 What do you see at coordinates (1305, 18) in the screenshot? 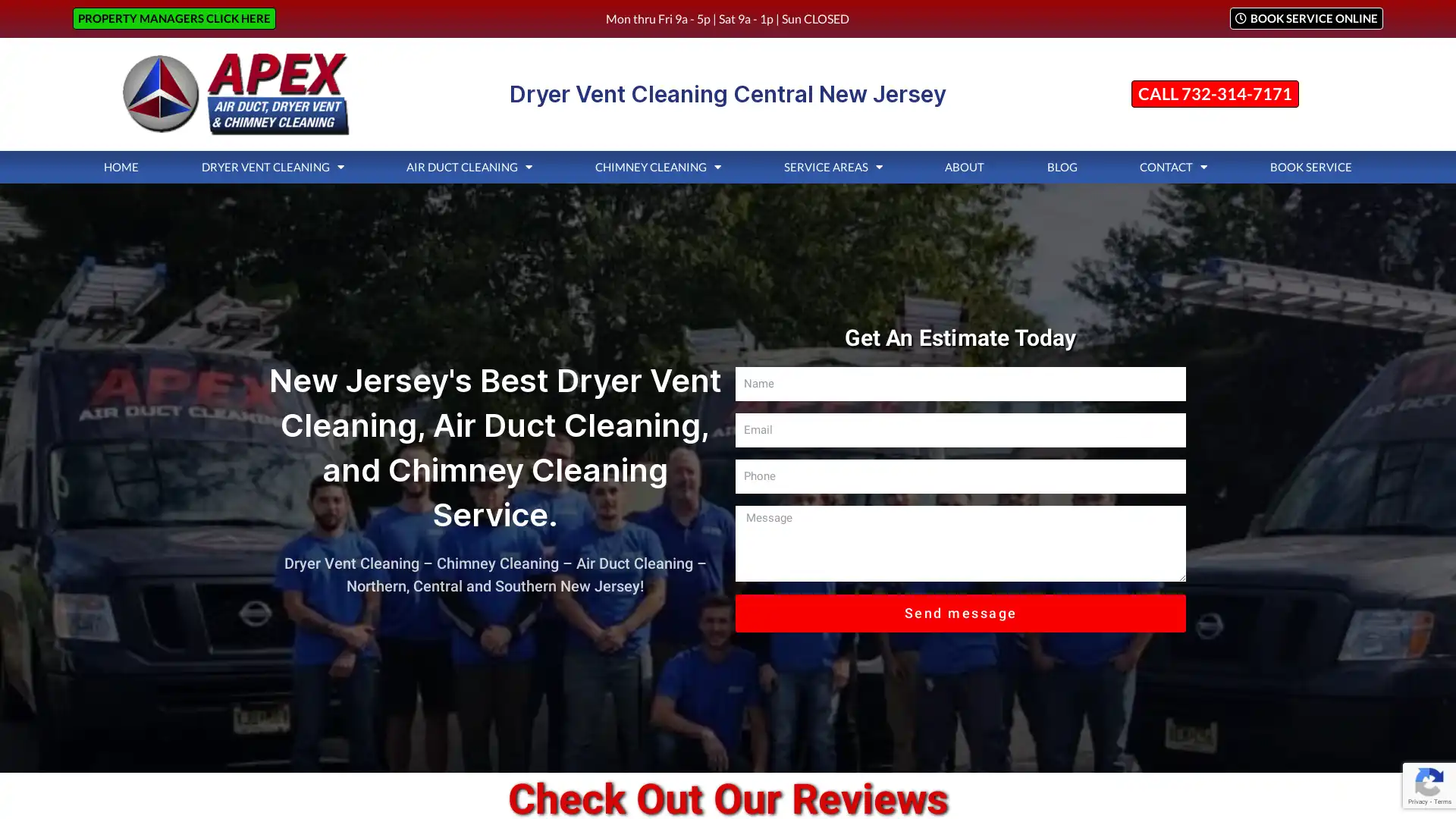
I see `BOOK SERVICE ONLINE` at bounding box center [1305, 18].